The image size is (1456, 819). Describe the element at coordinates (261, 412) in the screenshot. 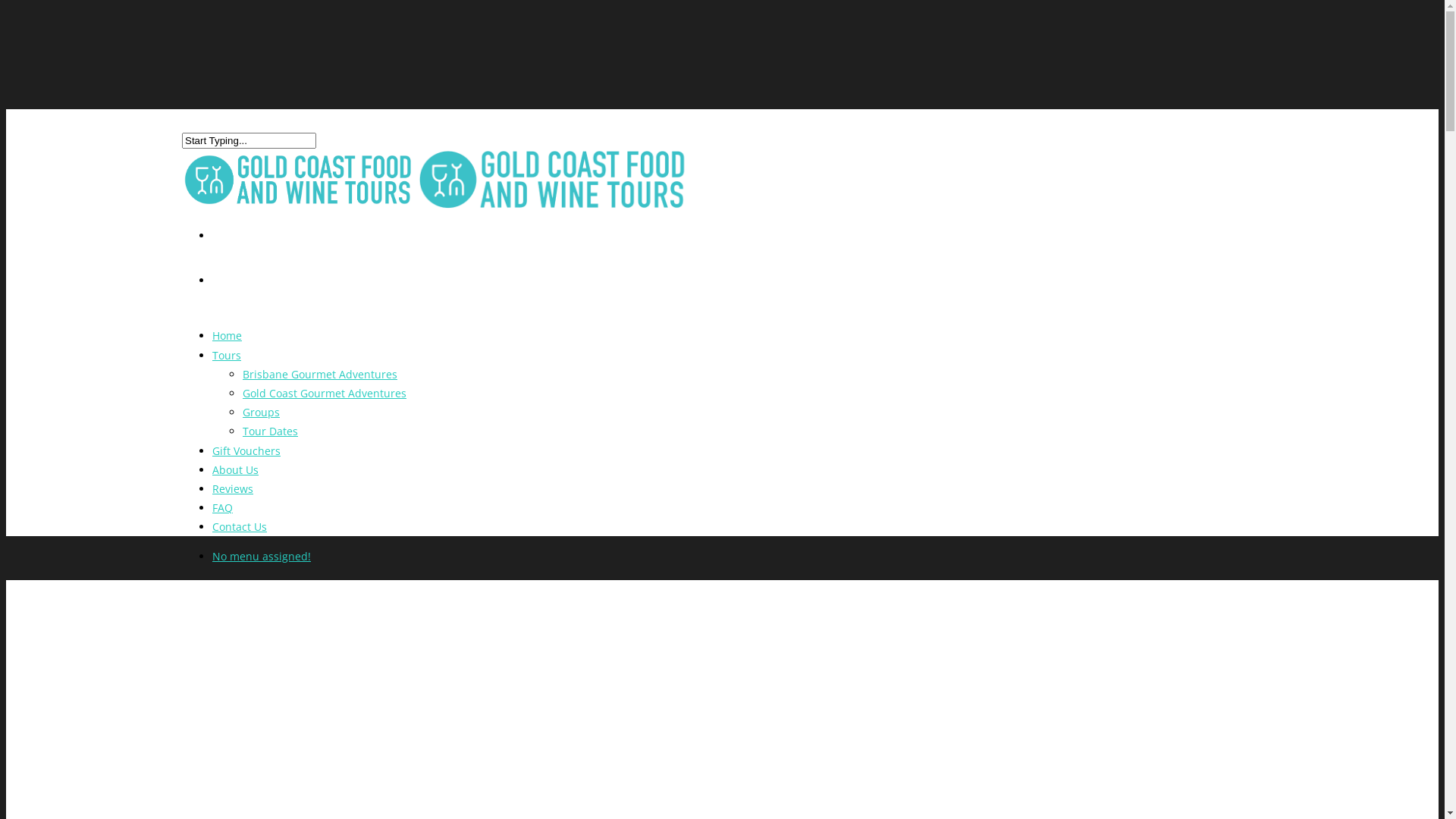

I see `'Groups'` at that location.